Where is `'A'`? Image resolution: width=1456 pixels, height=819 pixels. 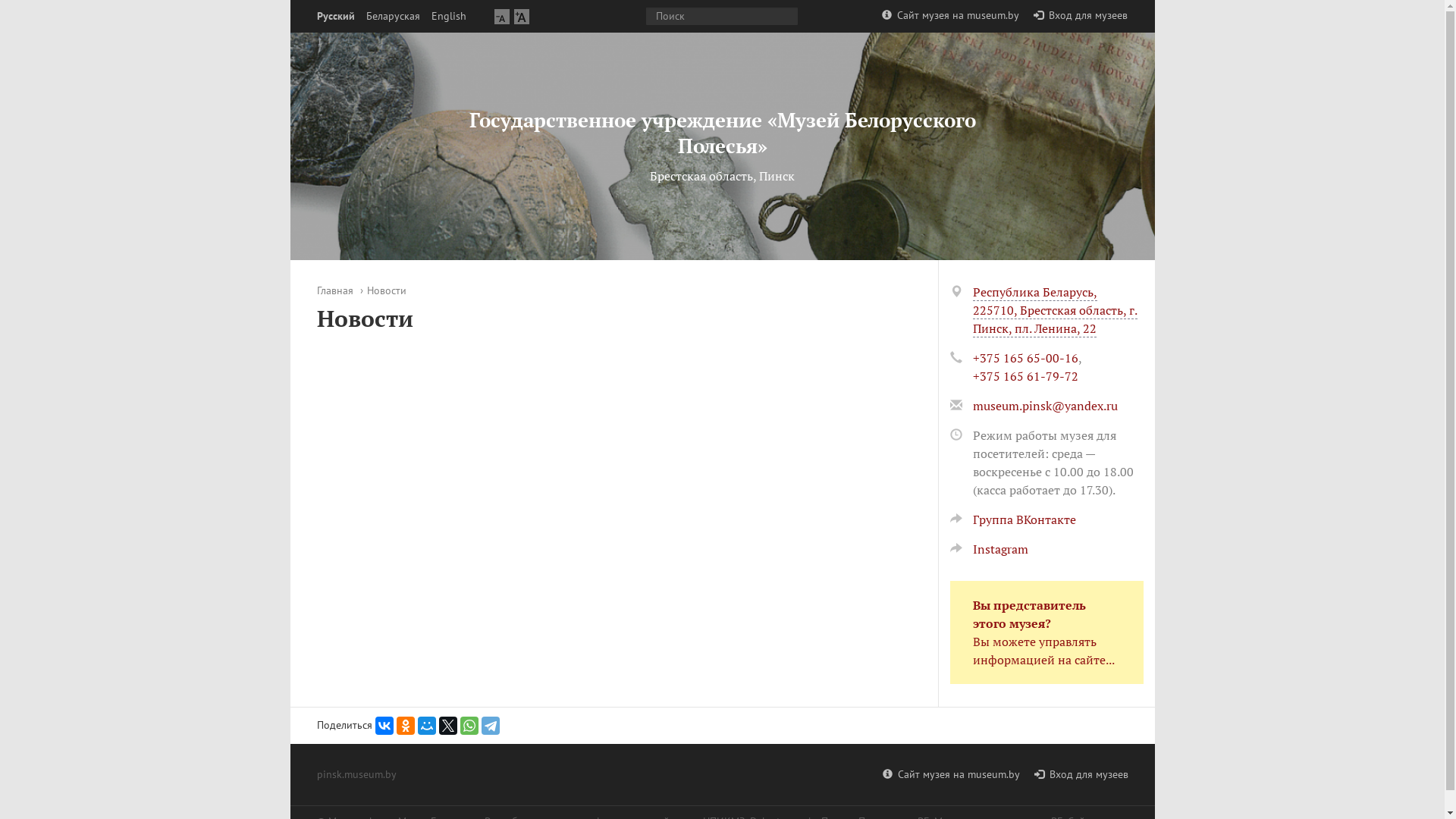 'A' is located at coordinates (521, 16).